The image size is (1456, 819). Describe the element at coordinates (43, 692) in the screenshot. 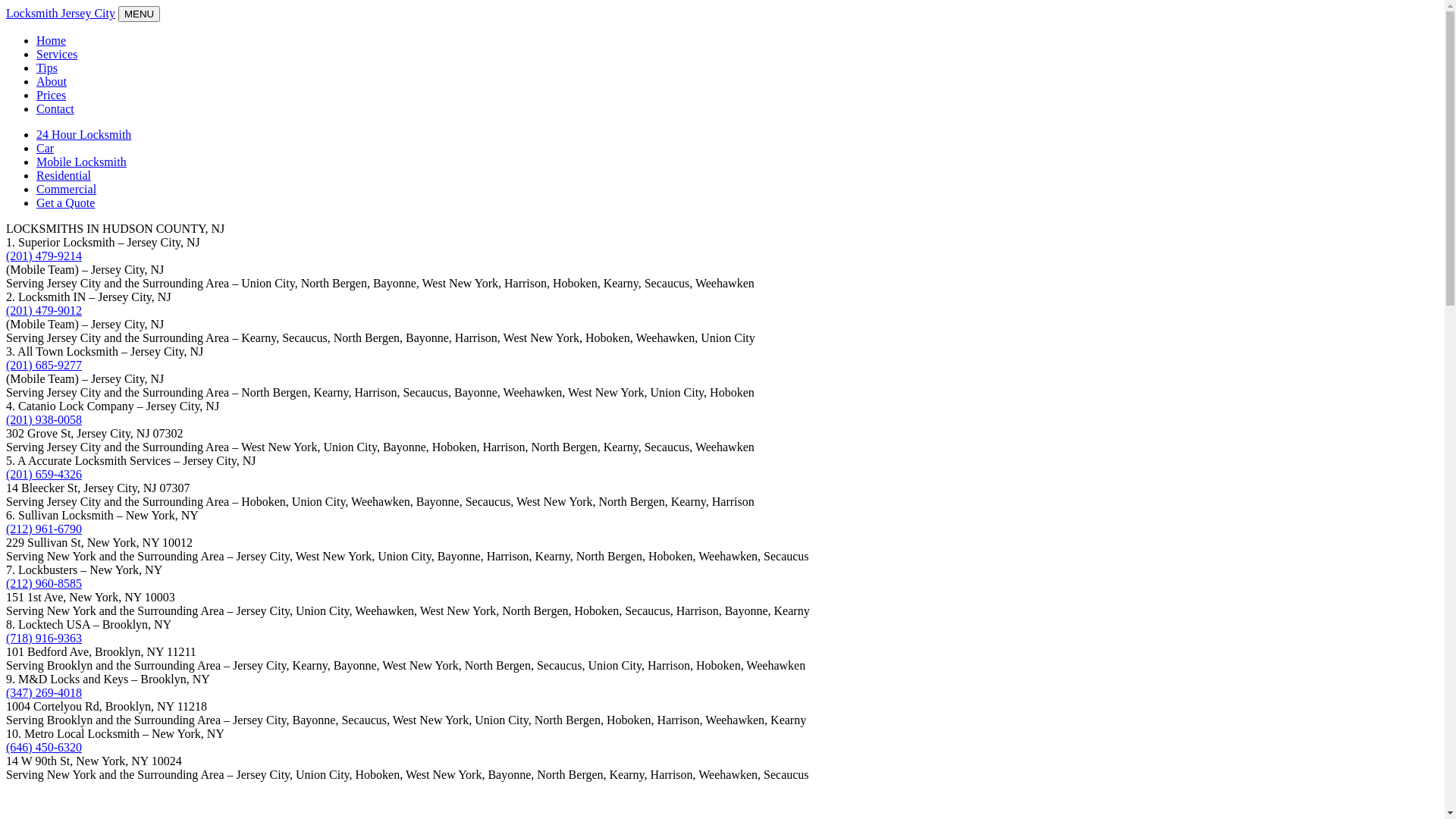

I see `'(347) 269-4018'` at that location.